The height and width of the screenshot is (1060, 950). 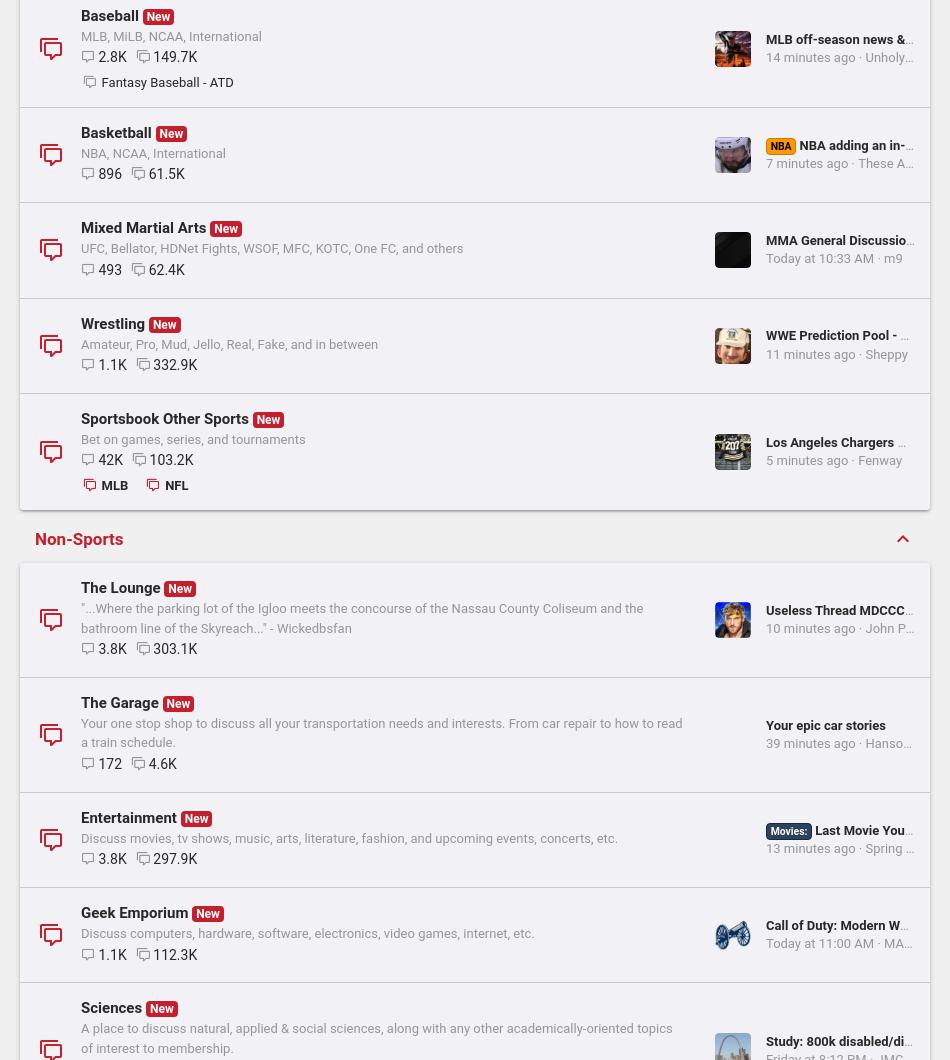 What do you see at coordinates (534, 203) in the screenshot?
I see `'Danish Prospects'` at bounding box center [534, 203].